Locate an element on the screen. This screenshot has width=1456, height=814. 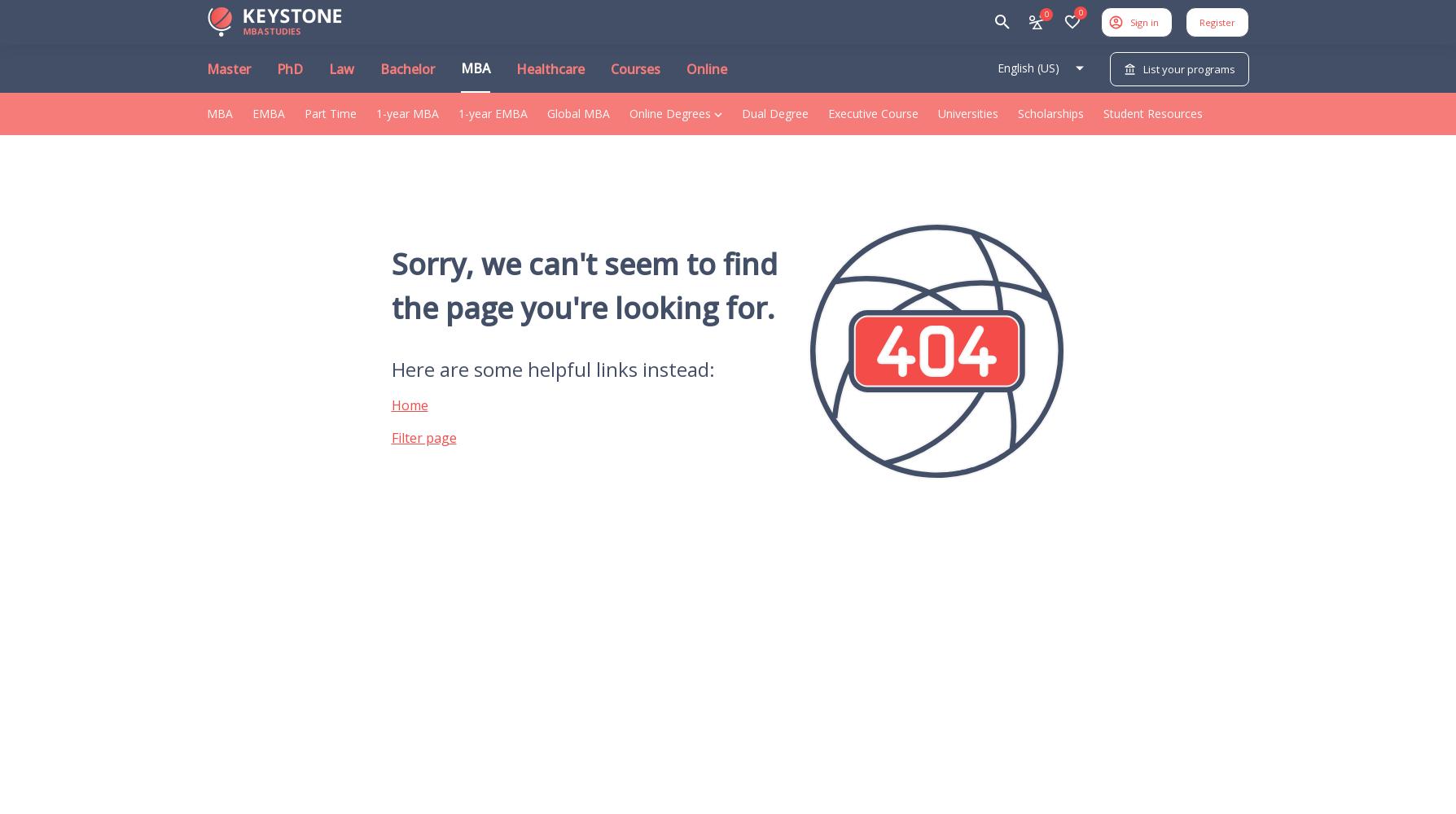
'Sorry, we can't seem to find the page you're looking for.' is located at coordinates (582, 284).